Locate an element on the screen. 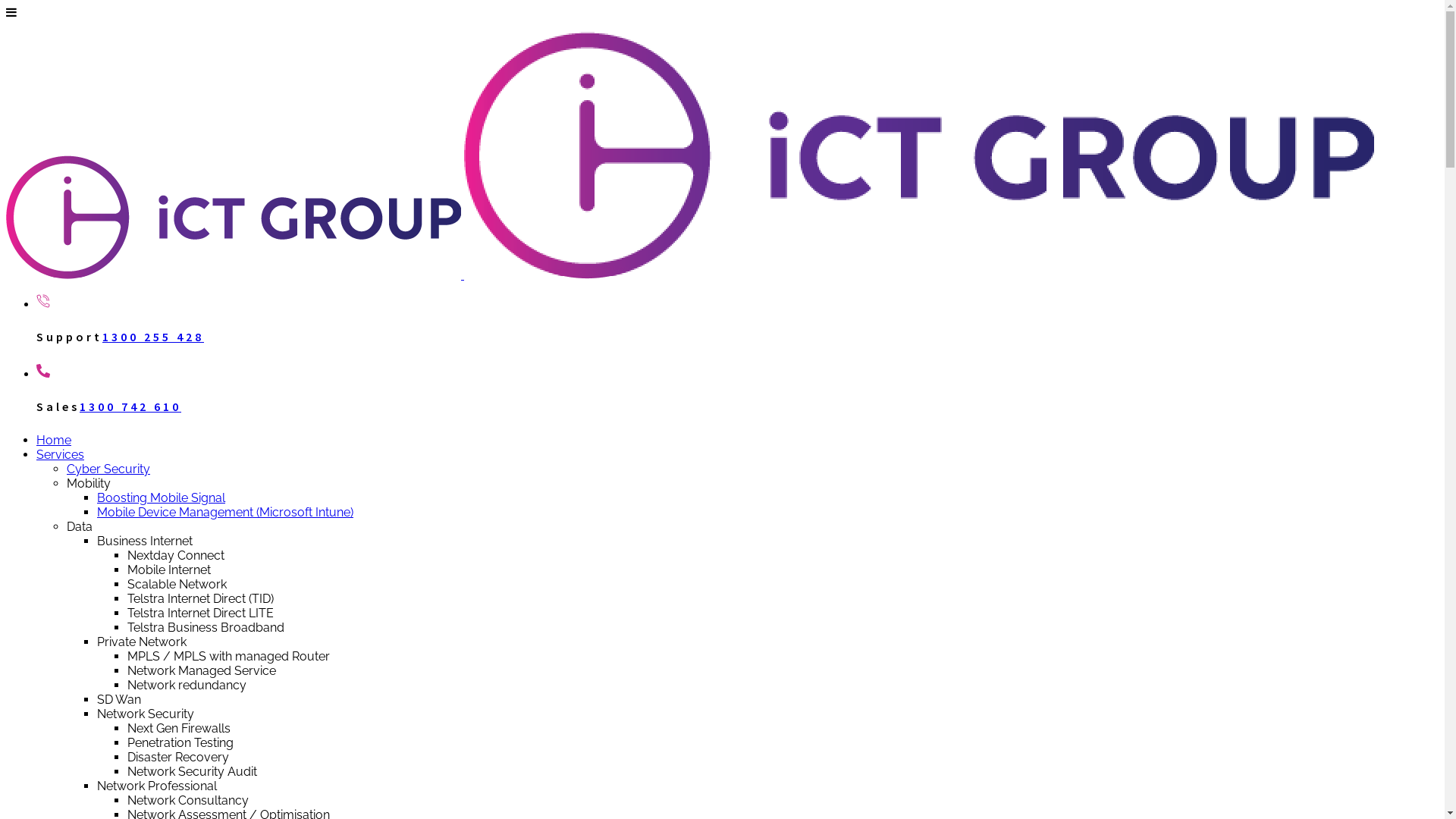 Image resolution: width=1456 pixels, height=819 pixels. 'Private Network' is located at coordinates (96, 642).